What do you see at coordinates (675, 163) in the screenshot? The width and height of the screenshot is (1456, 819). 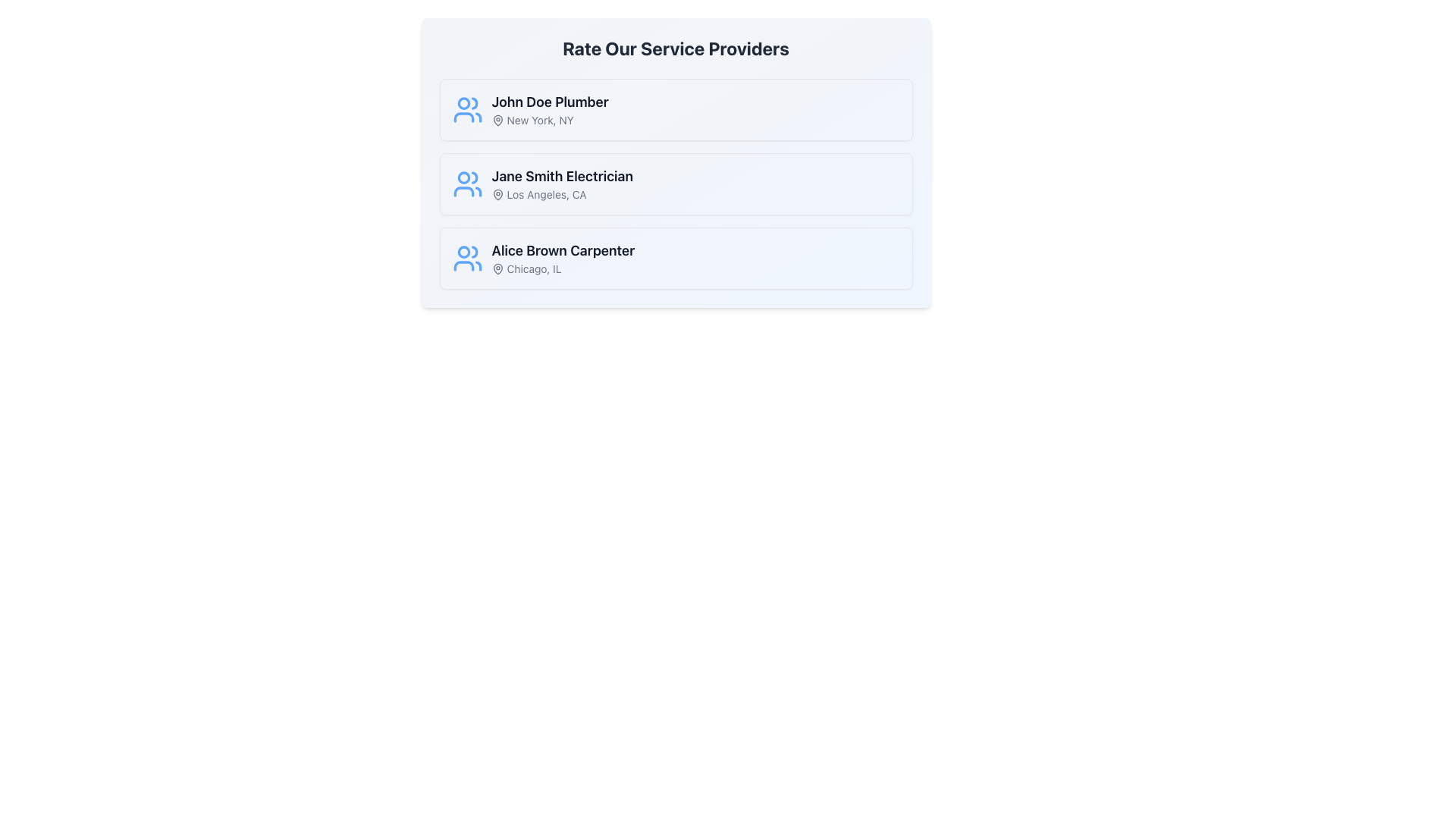 I see `the second Information Card in the list of service provider cards, which displays information about a service provider between 'John Doe Plumber New York, NY' and 'Alice Brown Carpenter Chicago, IL'` at bounding box center [675, 163].